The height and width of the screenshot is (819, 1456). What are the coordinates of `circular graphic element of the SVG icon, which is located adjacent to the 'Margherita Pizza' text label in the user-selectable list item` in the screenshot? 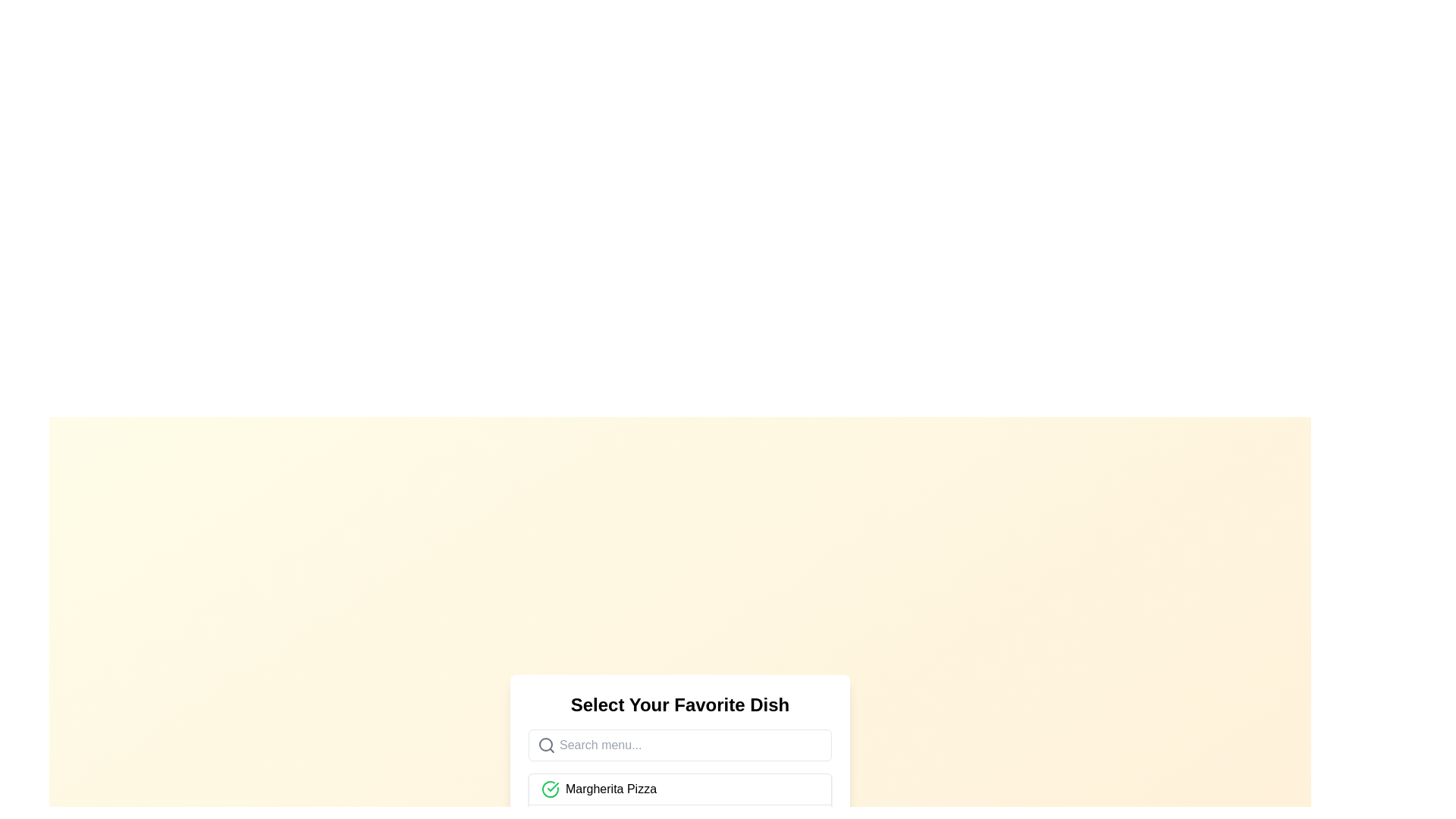 It's located at (549, 788).